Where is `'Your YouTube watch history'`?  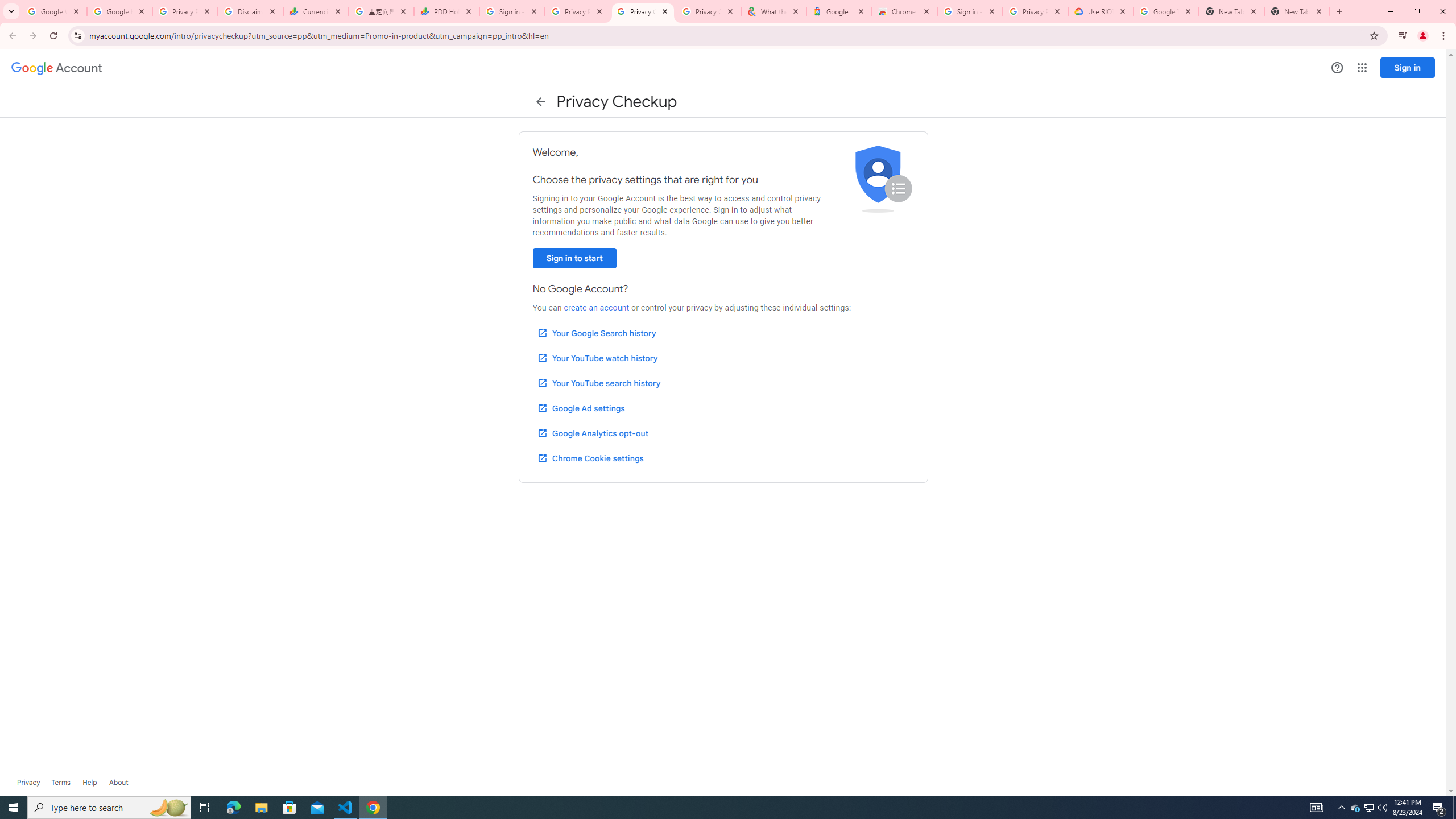
'Your YouTube watch history' is located at coordinates (597, 358).